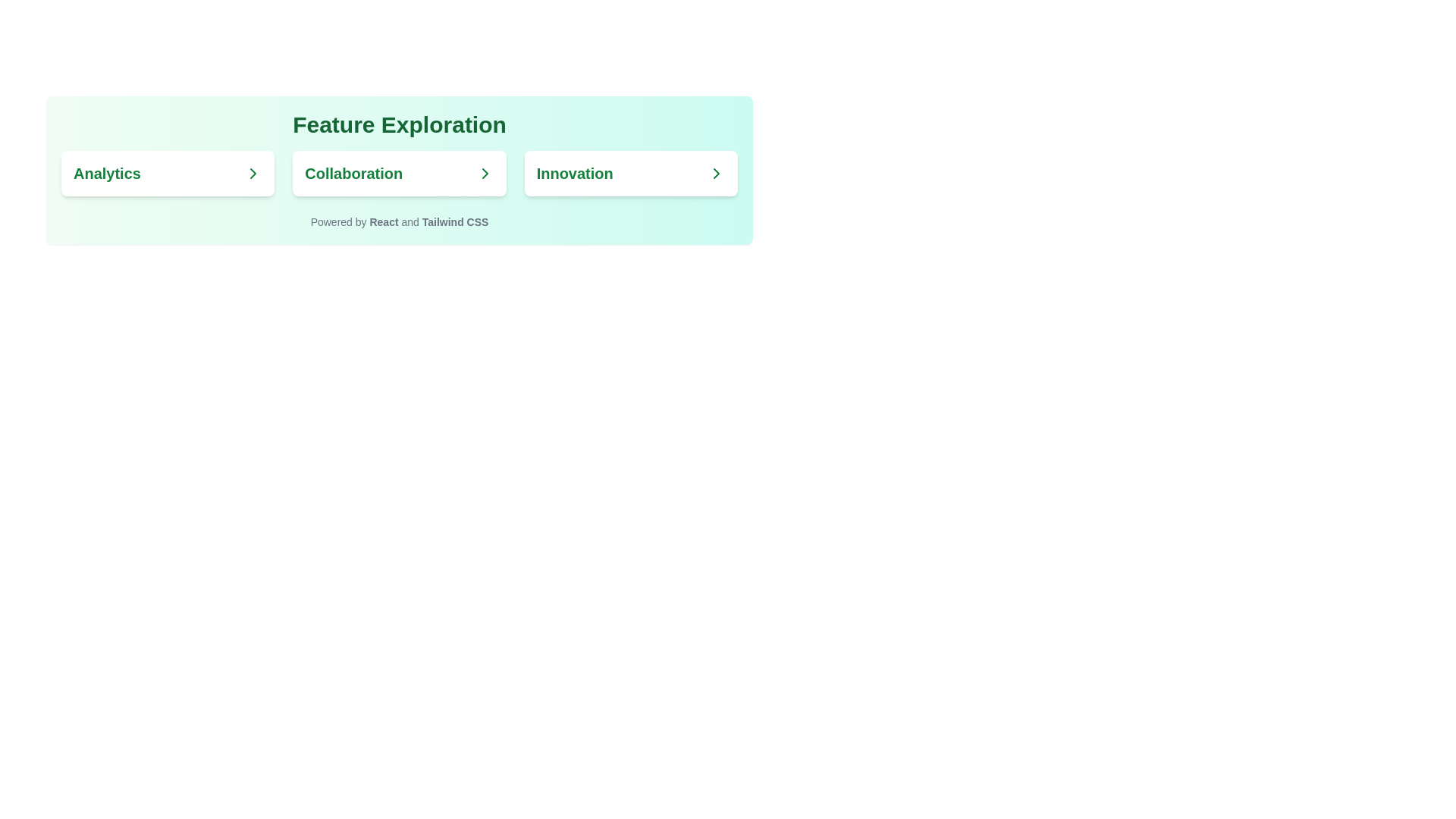 This screenshot has height=819, width=1456. I want to click on the right-facing green chevron icon located in the 'Analytics' section, so click(253, 172).